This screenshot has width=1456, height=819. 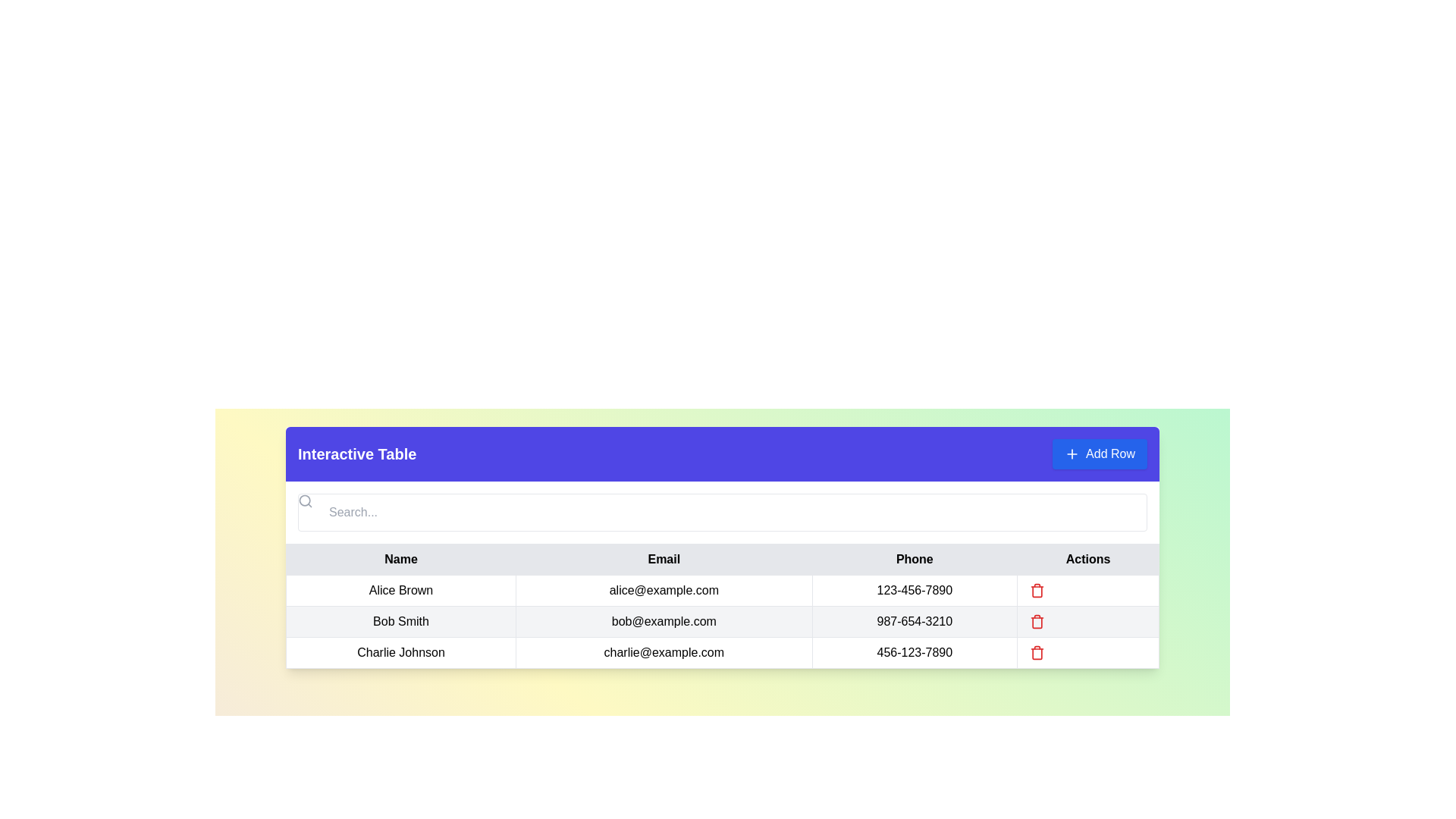 I want to click on the trash can icon in the 'Actions' column of the interactive table corresponding to 'Charlie Johnson' to initiate a delete action, so click(x=1037, y=651).